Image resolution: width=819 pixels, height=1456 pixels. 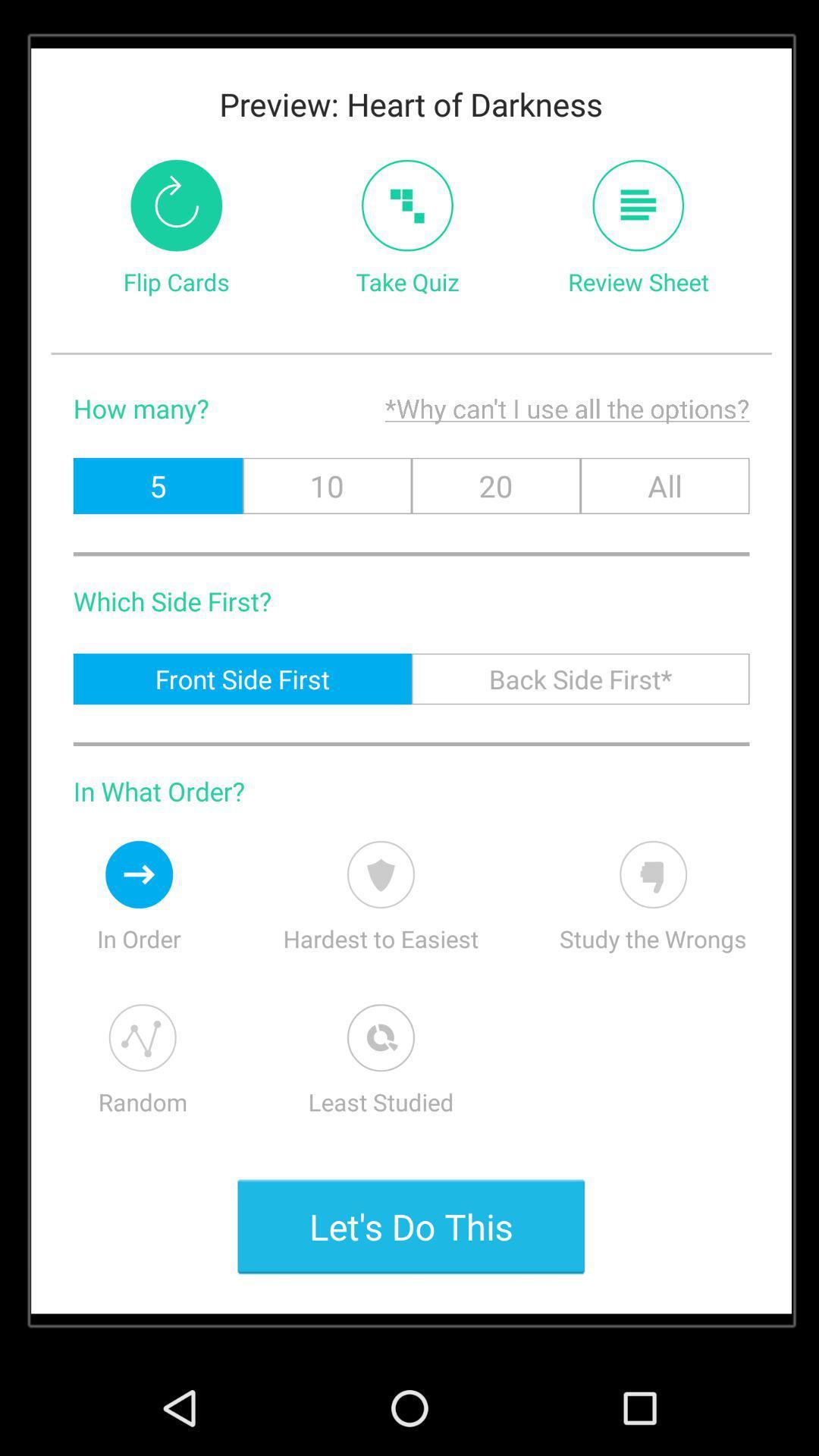 I want to click on wrong answers first option, so click(x=652, y=874).